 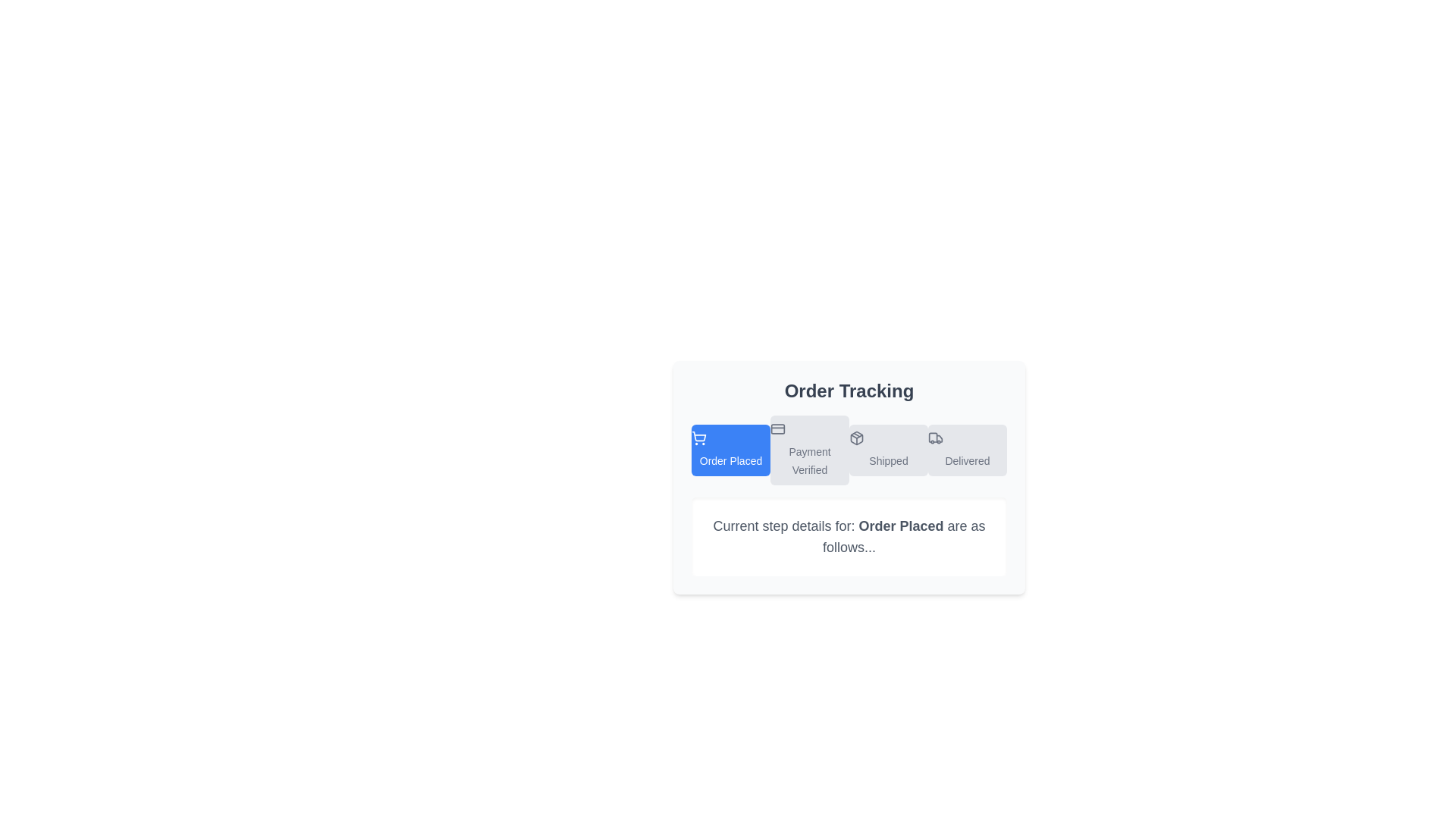 What do you see at coordinates (967, 450) in the screenshot?
I see `the 'Delivered' visual indicator in the progress tracker, which is the fourth step with a delivery truck icon and the text 'Delivered' below it` at bounding box center [967, 450].